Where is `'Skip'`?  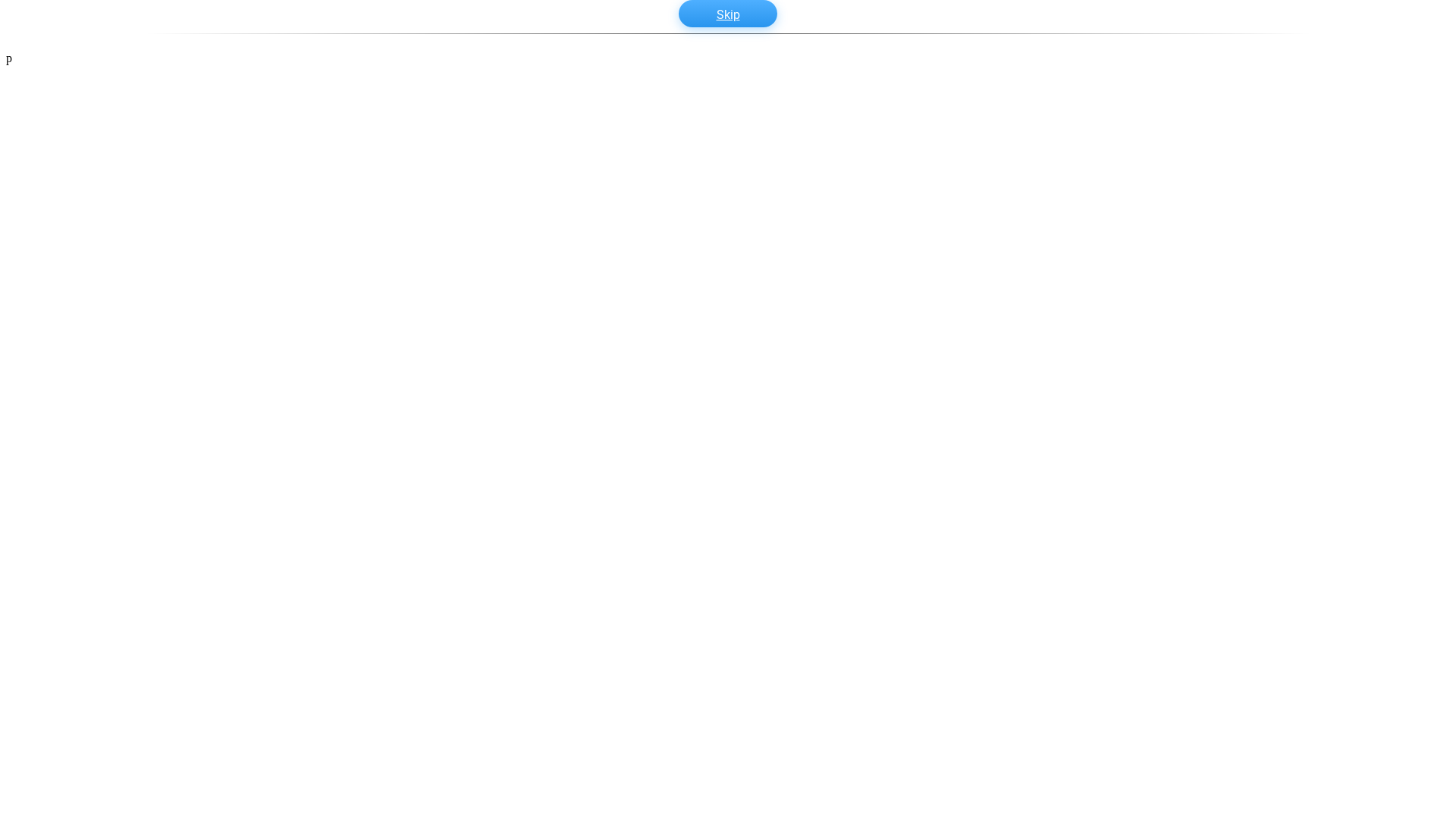
'Skip' is located at coordinates (728, 14).